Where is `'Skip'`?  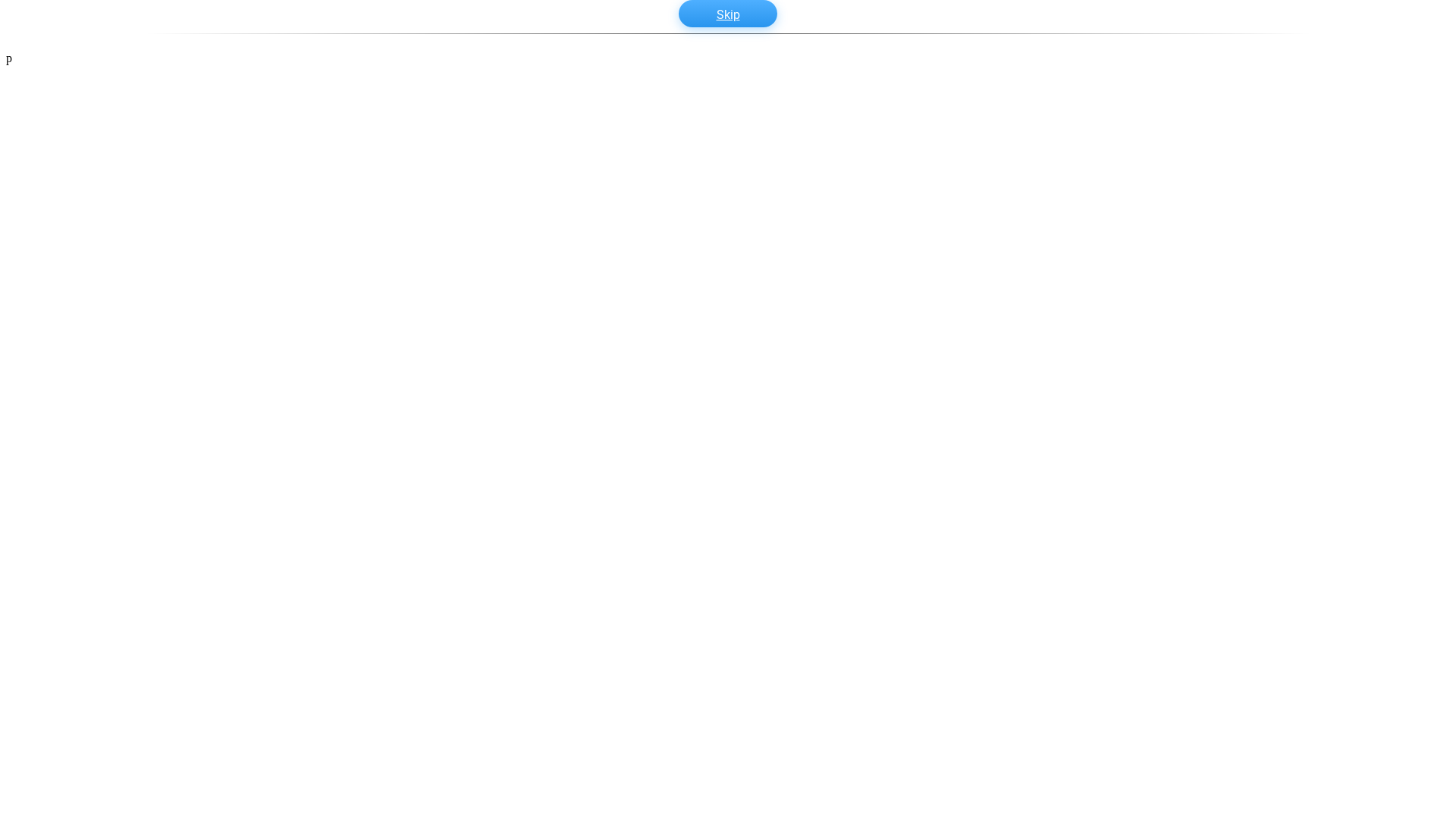
'Skip' is located at coordinates (728, 14).